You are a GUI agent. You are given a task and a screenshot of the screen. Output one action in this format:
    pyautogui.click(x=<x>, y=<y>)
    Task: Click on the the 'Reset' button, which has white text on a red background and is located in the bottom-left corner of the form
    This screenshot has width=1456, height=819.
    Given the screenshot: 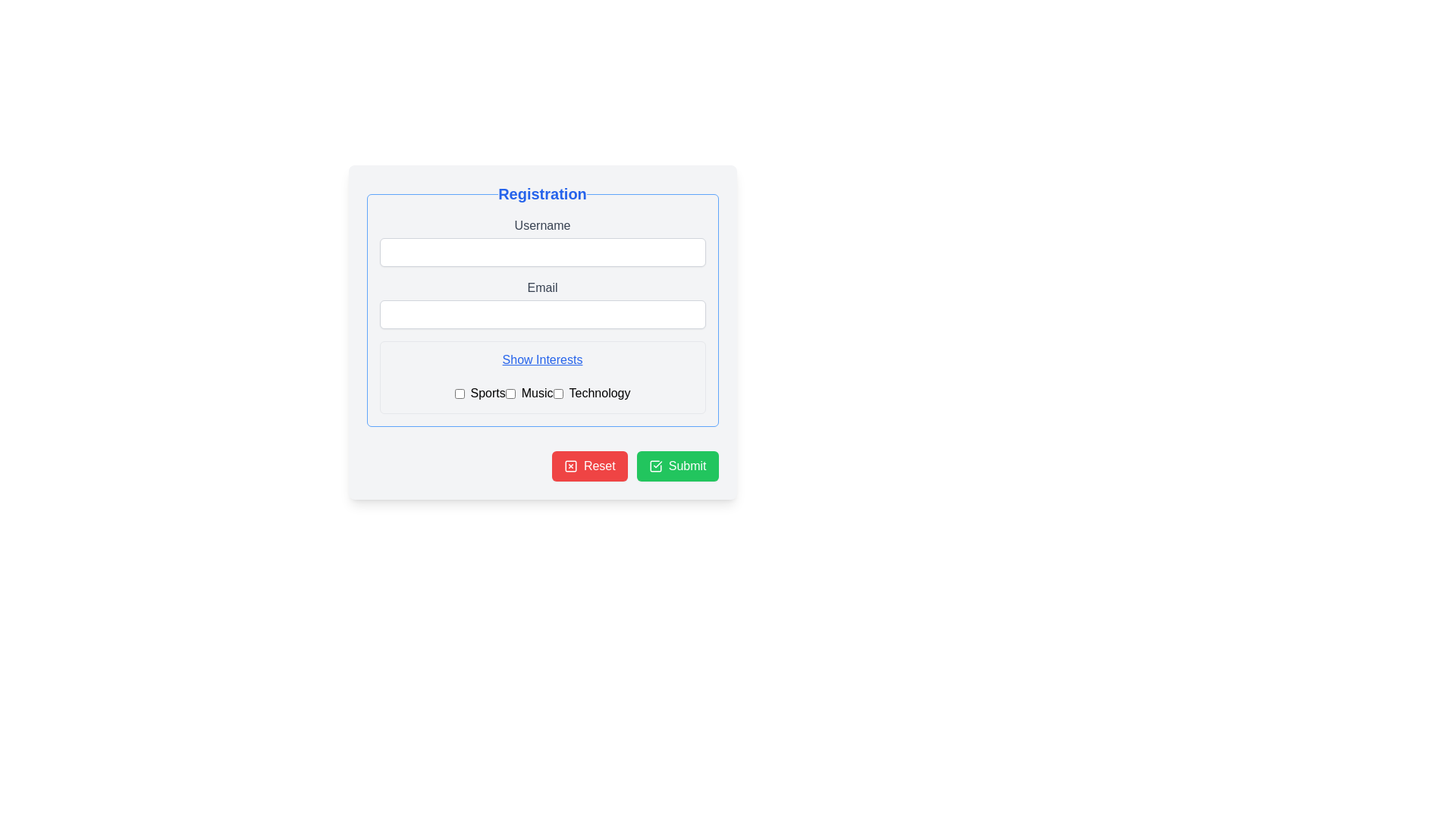 What is the action you would take?
    pyautogui.click(x=598, y=465)
    